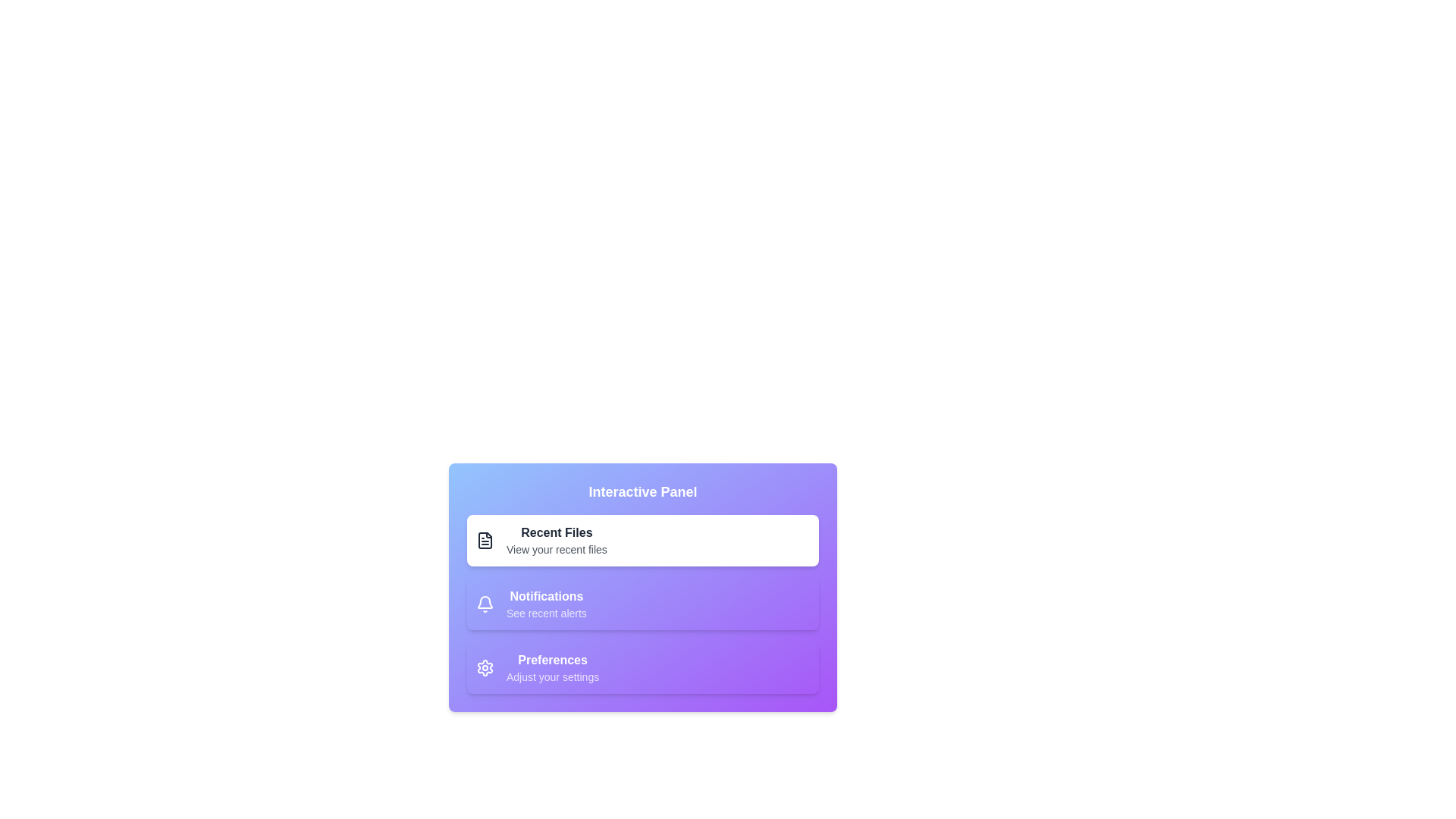  I want to click on the section represented by Recent Files, so click(484, 540).